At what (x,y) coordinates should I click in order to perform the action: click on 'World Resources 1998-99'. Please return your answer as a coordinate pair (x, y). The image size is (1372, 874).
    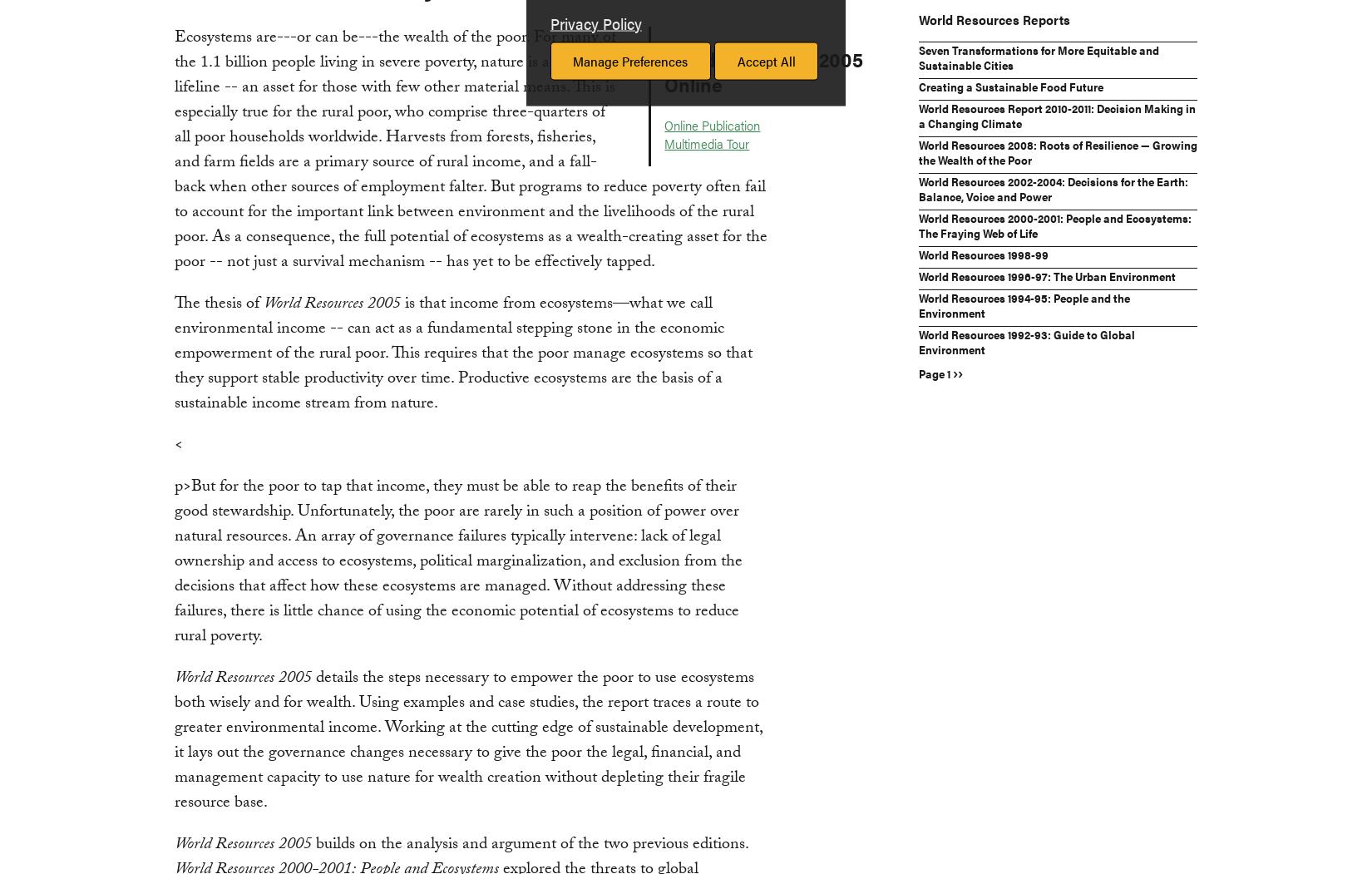
    Looking at the image, I should click on (983, 253).